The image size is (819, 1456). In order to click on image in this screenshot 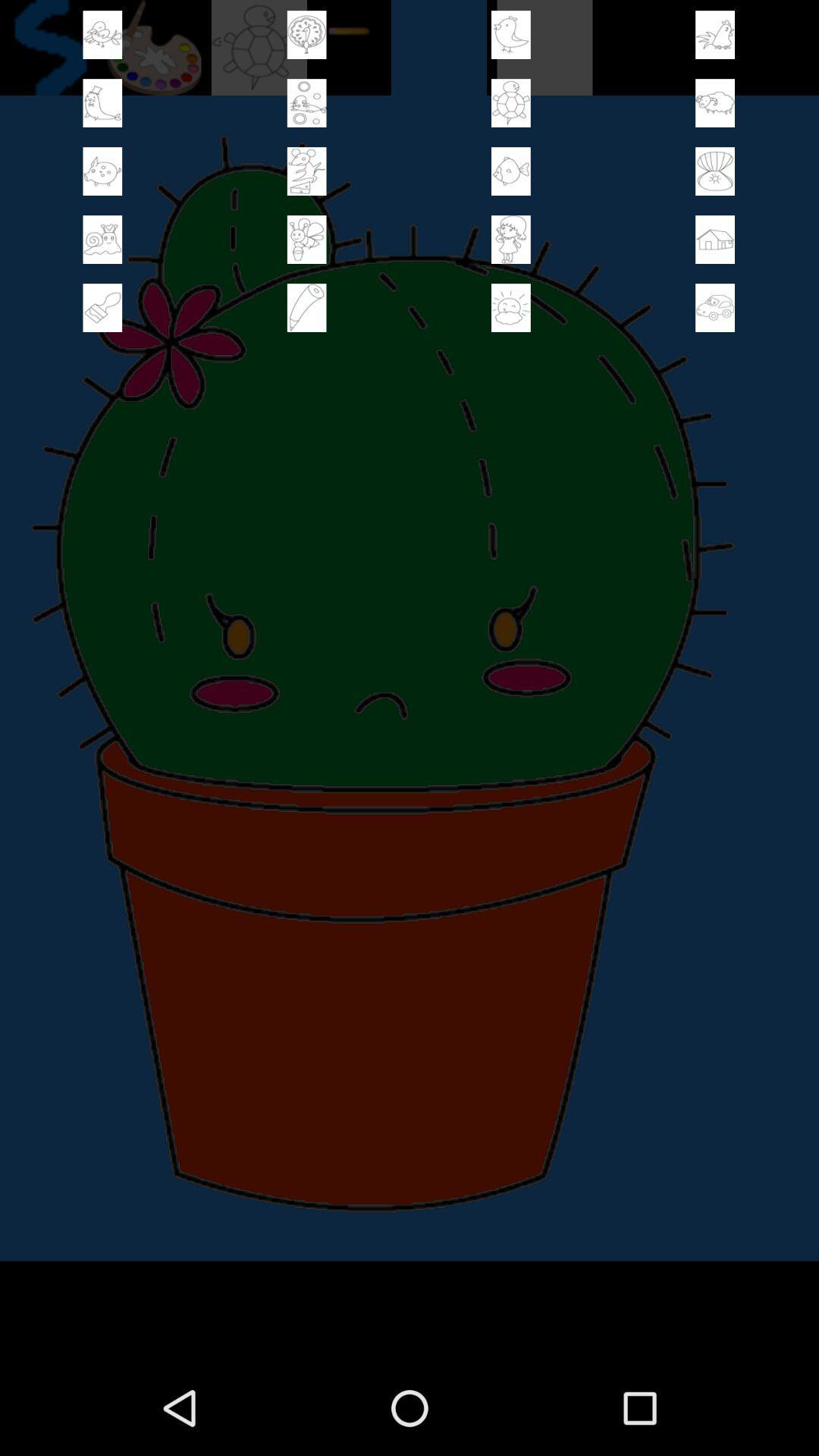, I will do `click(510, 307)`.